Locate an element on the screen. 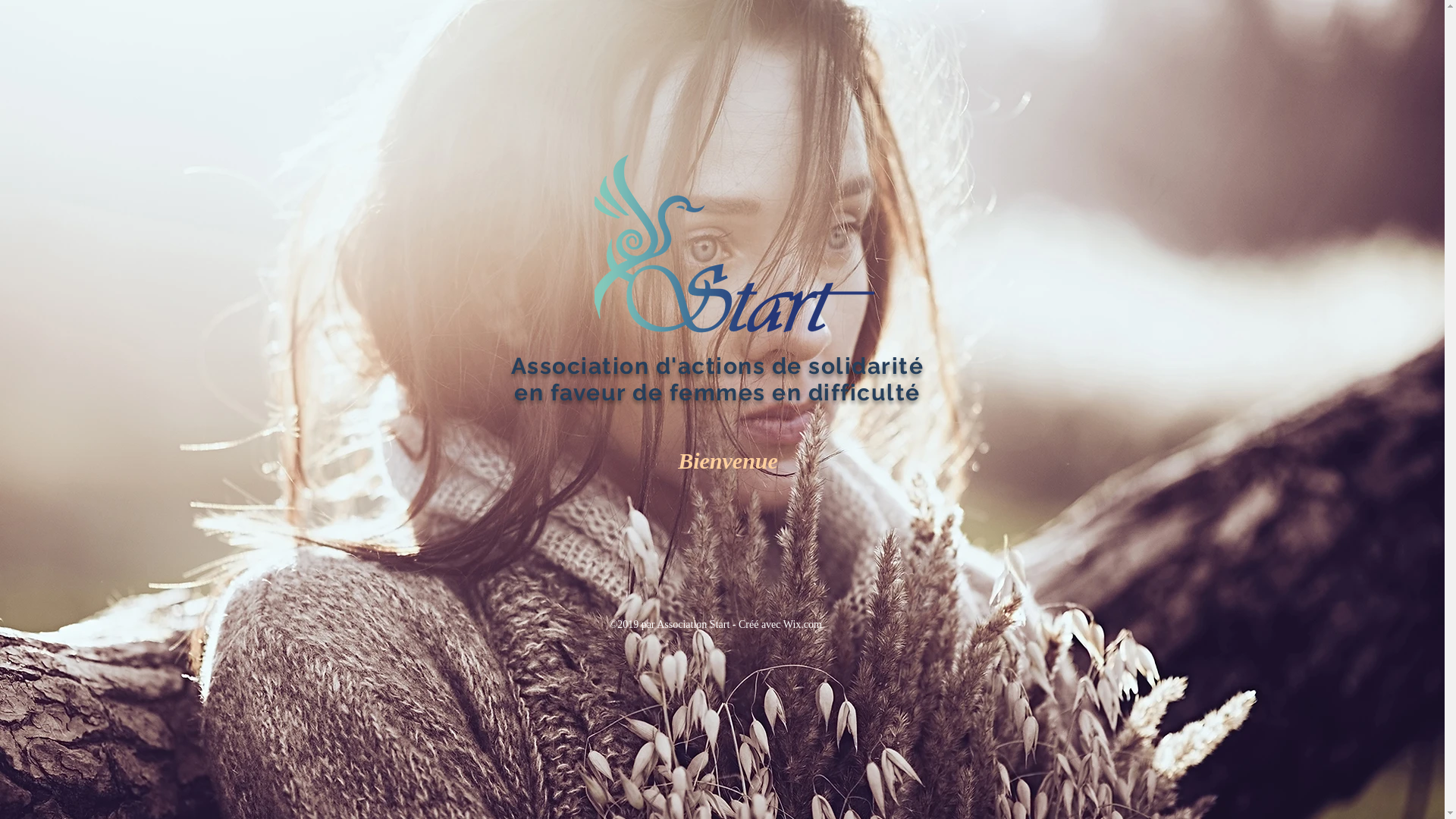 Image resolution: width=1456 pixels, height=819 pixels. 'Bienvenue' is located at coordinates (726, 460).